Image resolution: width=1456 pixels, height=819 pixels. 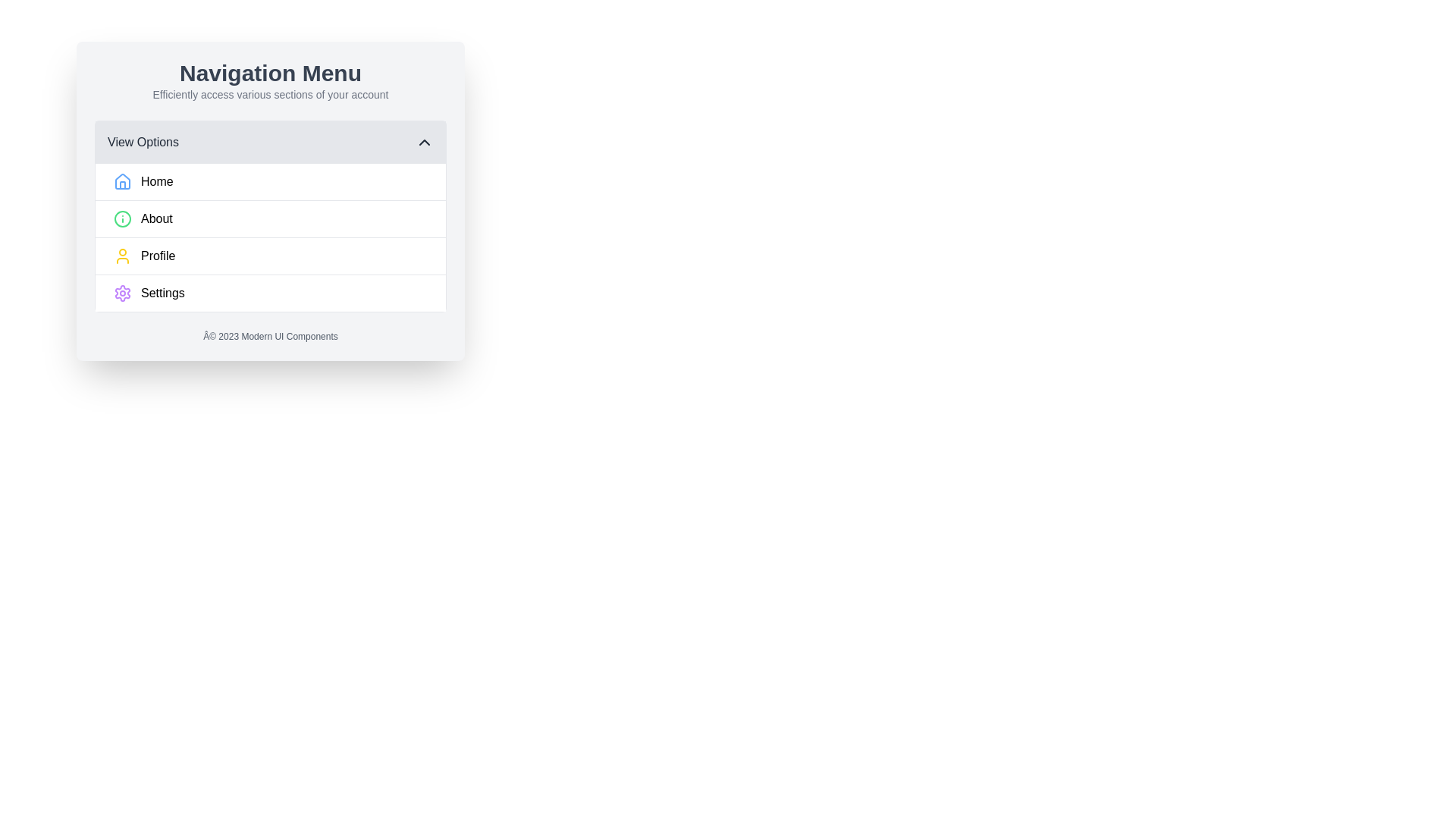 I want to click on the 'About' menu item, which is the second item in the vertical menu list under 'View Options', so click(x=270, y=216).